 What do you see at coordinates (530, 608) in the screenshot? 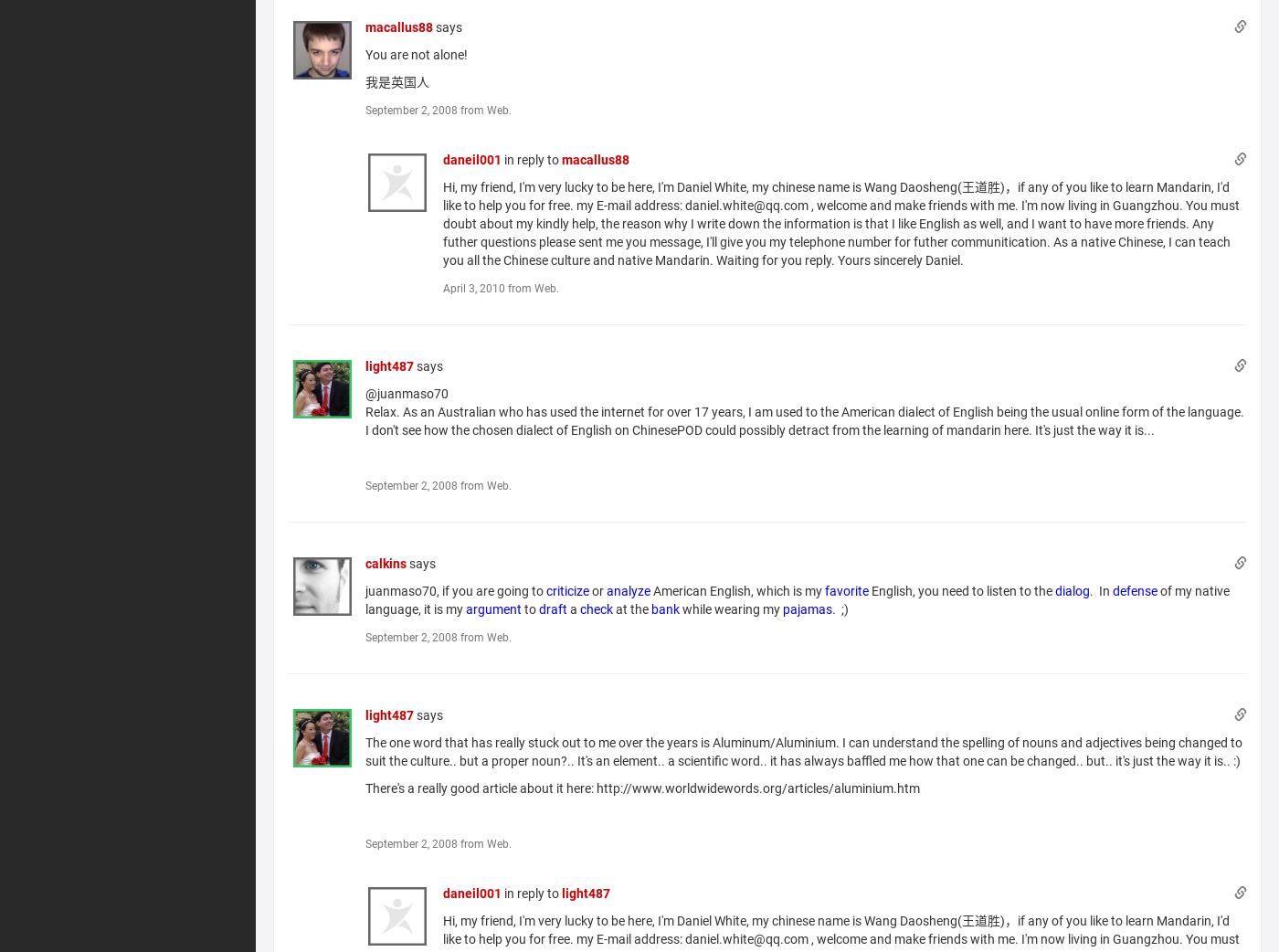
I see `'to'` at bounding box center [530, 608].